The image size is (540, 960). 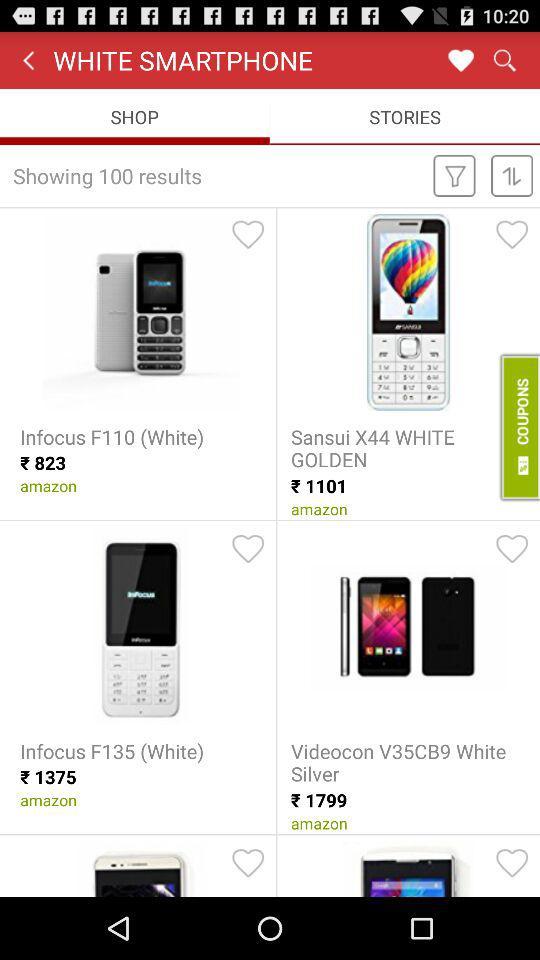 I want to click on favorites, so click(x=460, y=59).